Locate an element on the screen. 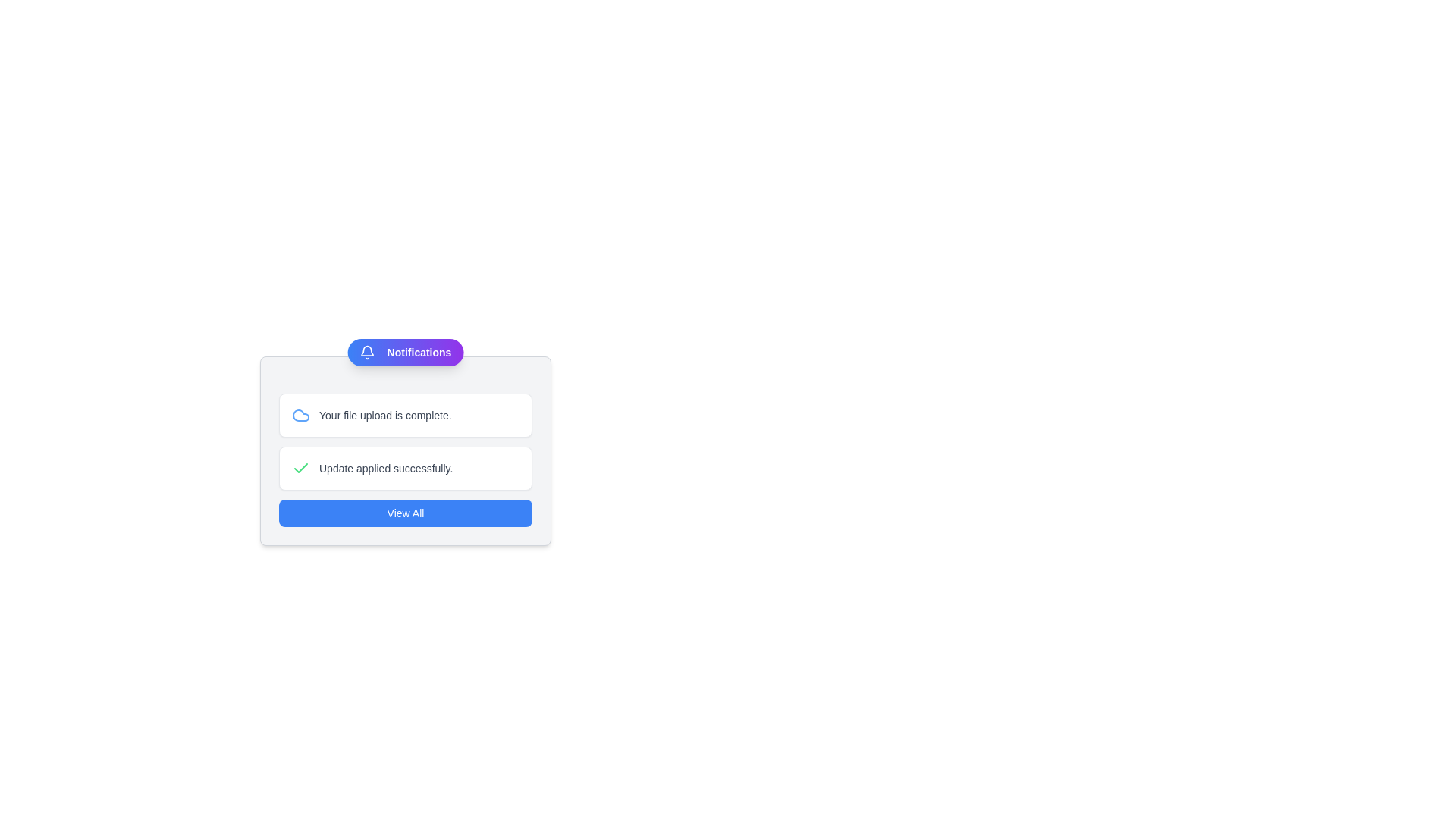 The width and height of the screenshot is (1456, 819). the call-to-action button located at the bottom of the notification card is located at coordinates (405, 513).